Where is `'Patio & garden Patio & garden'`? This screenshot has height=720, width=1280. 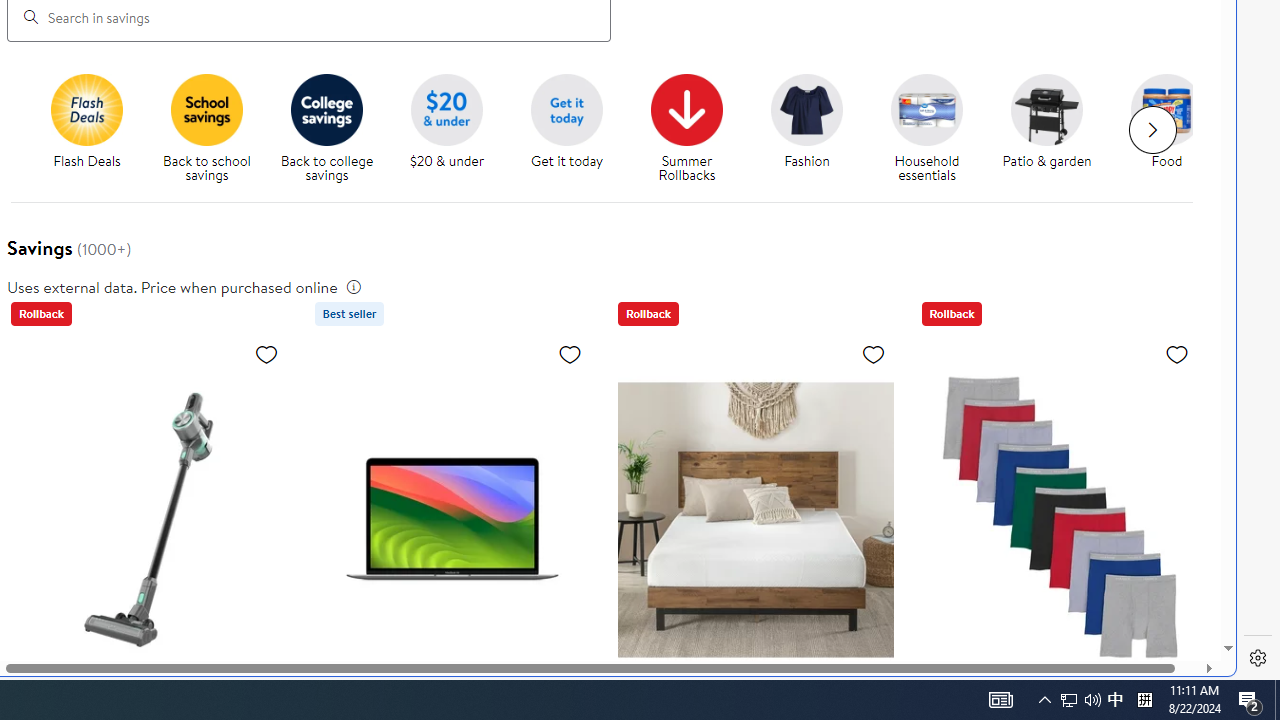 'Patio & garden Patio & garden' is located at coordinates (1046, 122).